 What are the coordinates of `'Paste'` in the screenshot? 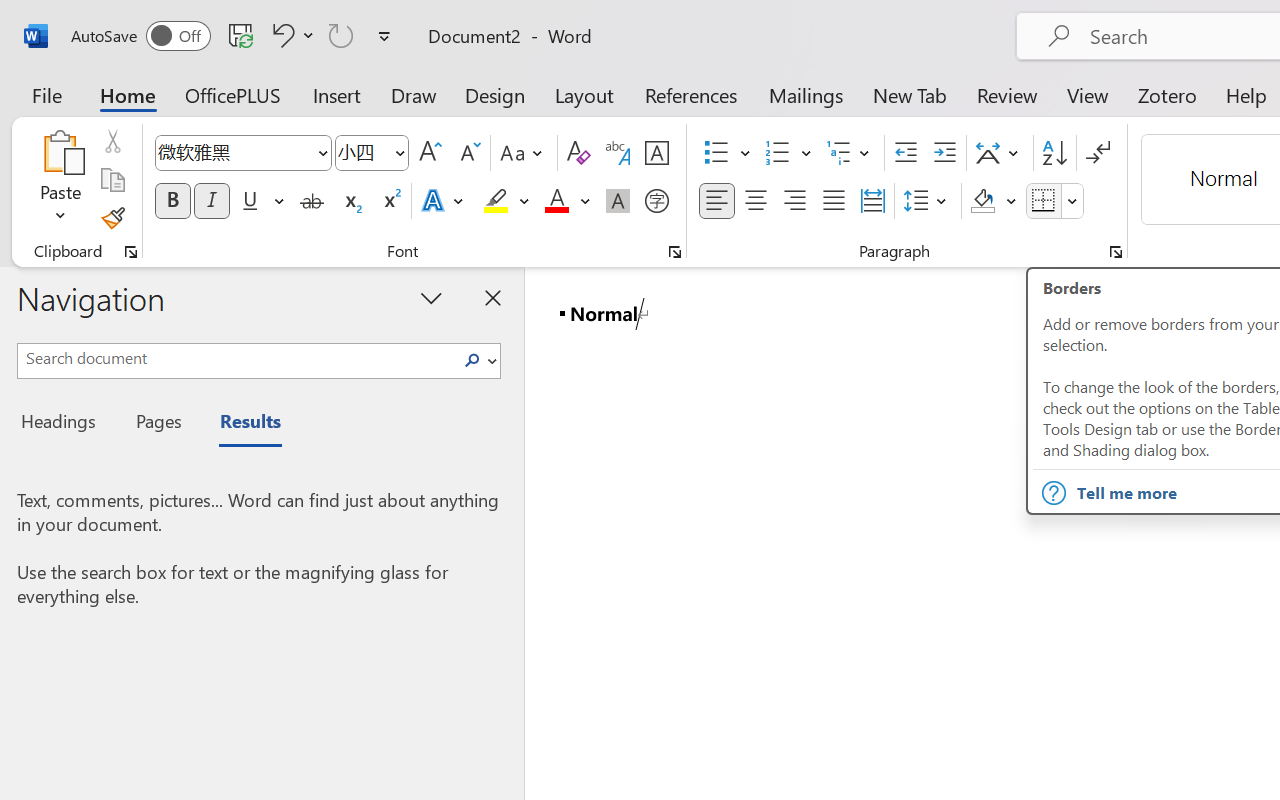 It's located at (60, 151).